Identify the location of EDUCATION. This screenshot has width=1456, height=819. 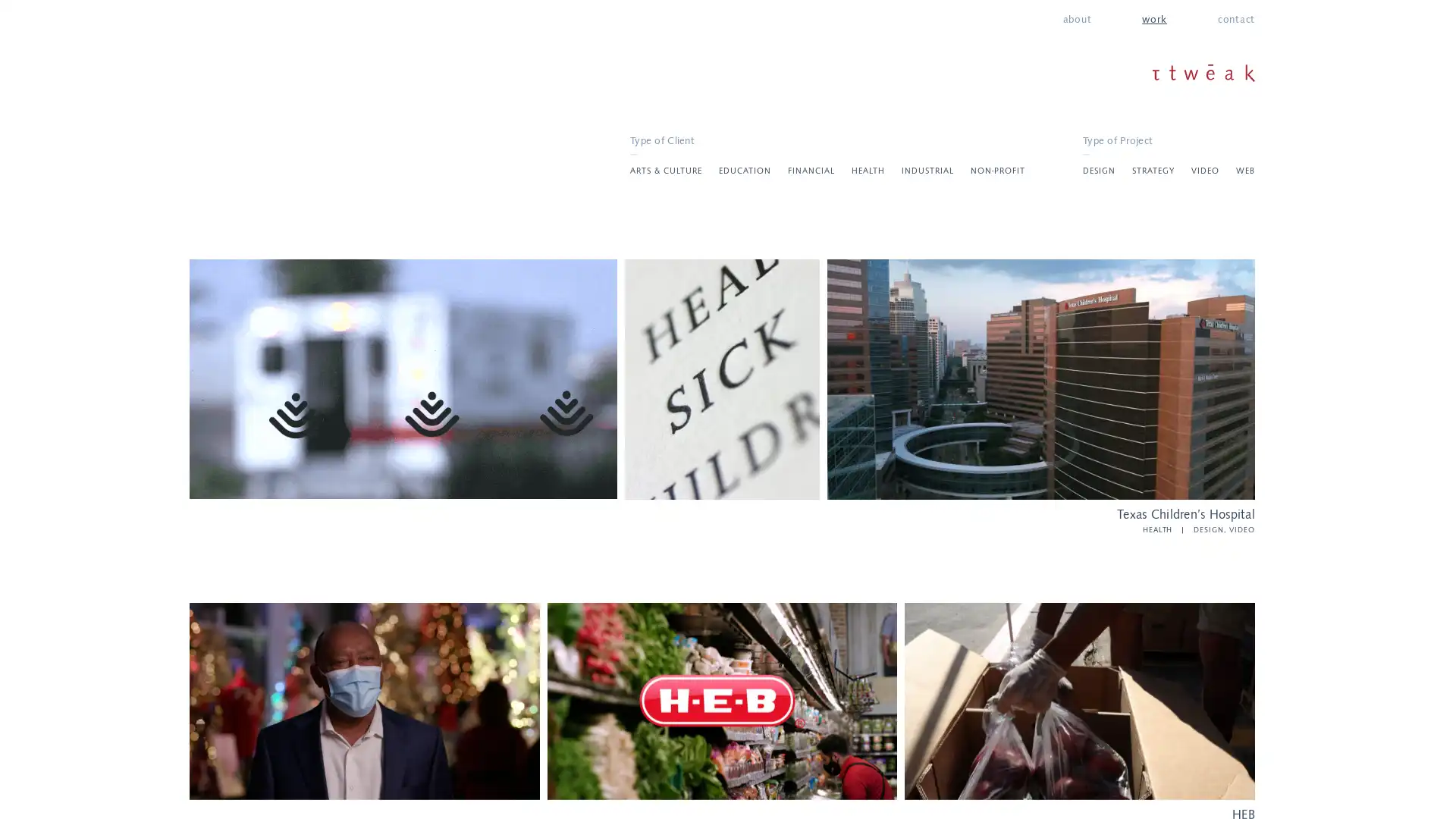
(745, 171).